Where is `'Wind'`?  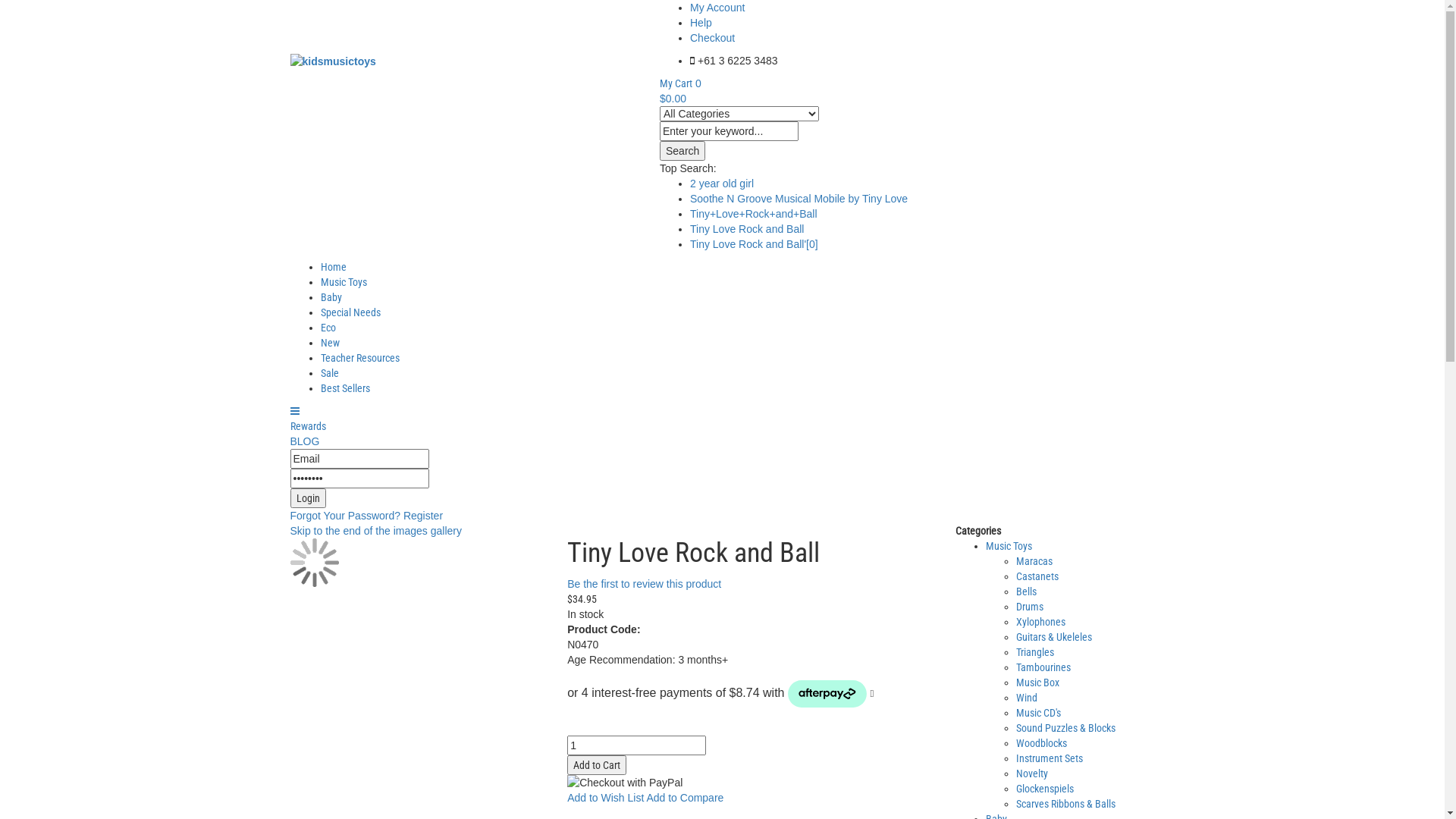
'Wind' is located at coordinates (1026, 698).